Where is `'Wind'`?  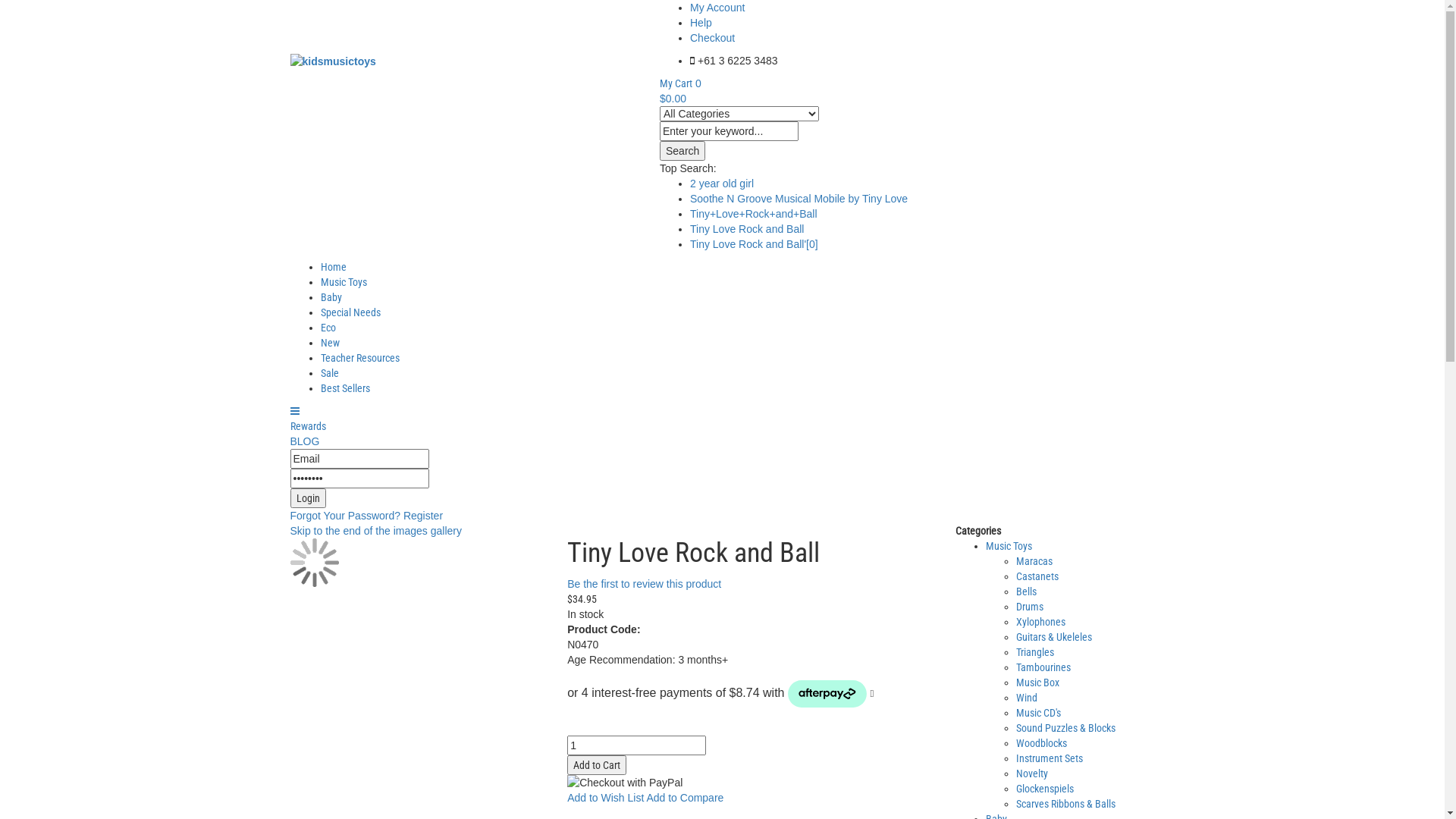
'Wind' is located at coordinates (1026, 698).